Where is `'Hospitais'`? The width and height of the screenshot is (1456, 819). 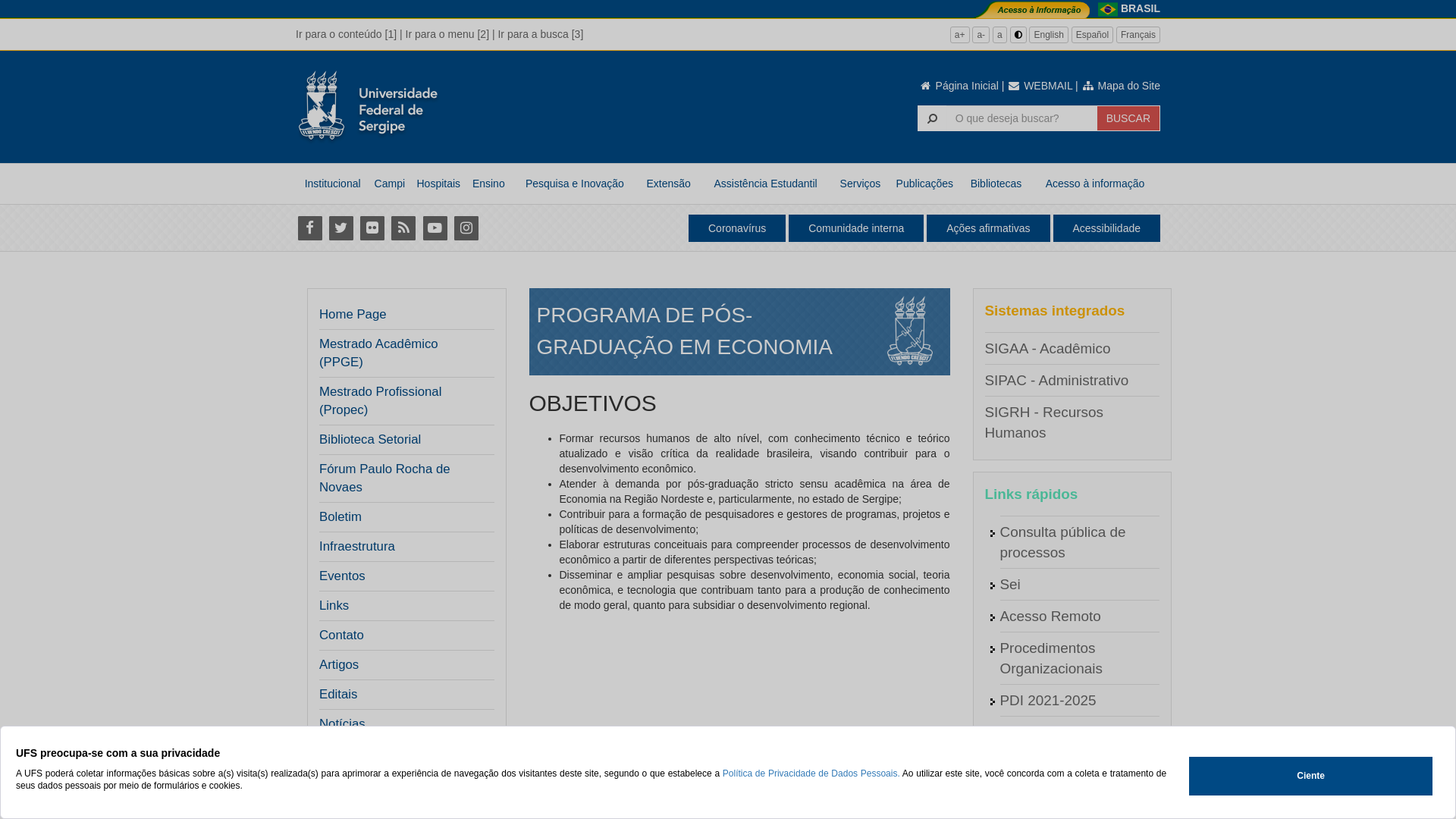 'Hospitais' is located at coordinates (437, 183).